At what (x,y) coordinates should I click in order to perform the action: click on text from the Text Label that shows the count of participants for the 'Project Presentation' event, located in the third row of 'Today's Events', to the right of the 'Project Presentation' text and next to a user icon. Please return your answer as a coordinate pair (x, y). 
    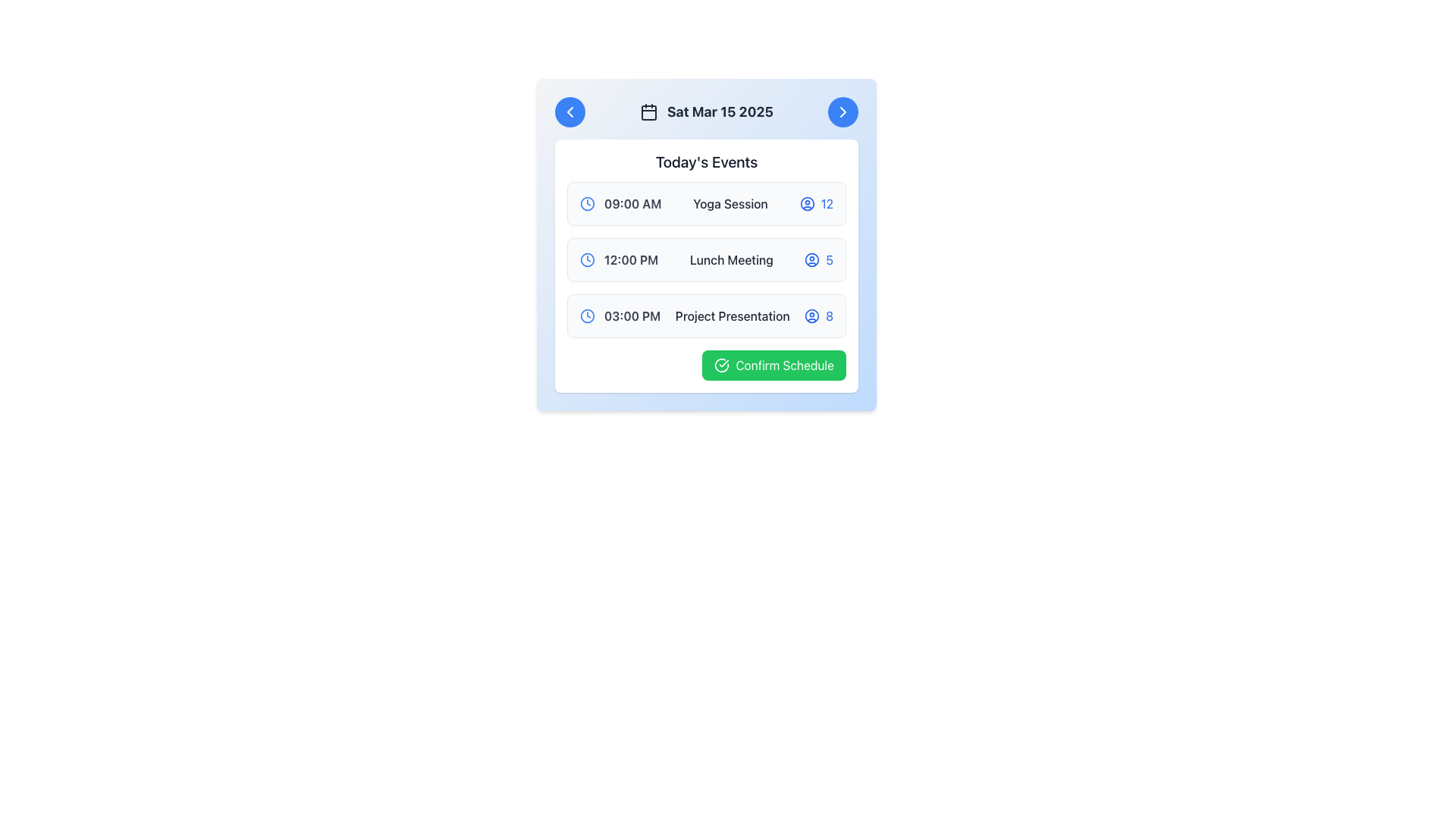
    Looking at the image, I should click on (818, 315).